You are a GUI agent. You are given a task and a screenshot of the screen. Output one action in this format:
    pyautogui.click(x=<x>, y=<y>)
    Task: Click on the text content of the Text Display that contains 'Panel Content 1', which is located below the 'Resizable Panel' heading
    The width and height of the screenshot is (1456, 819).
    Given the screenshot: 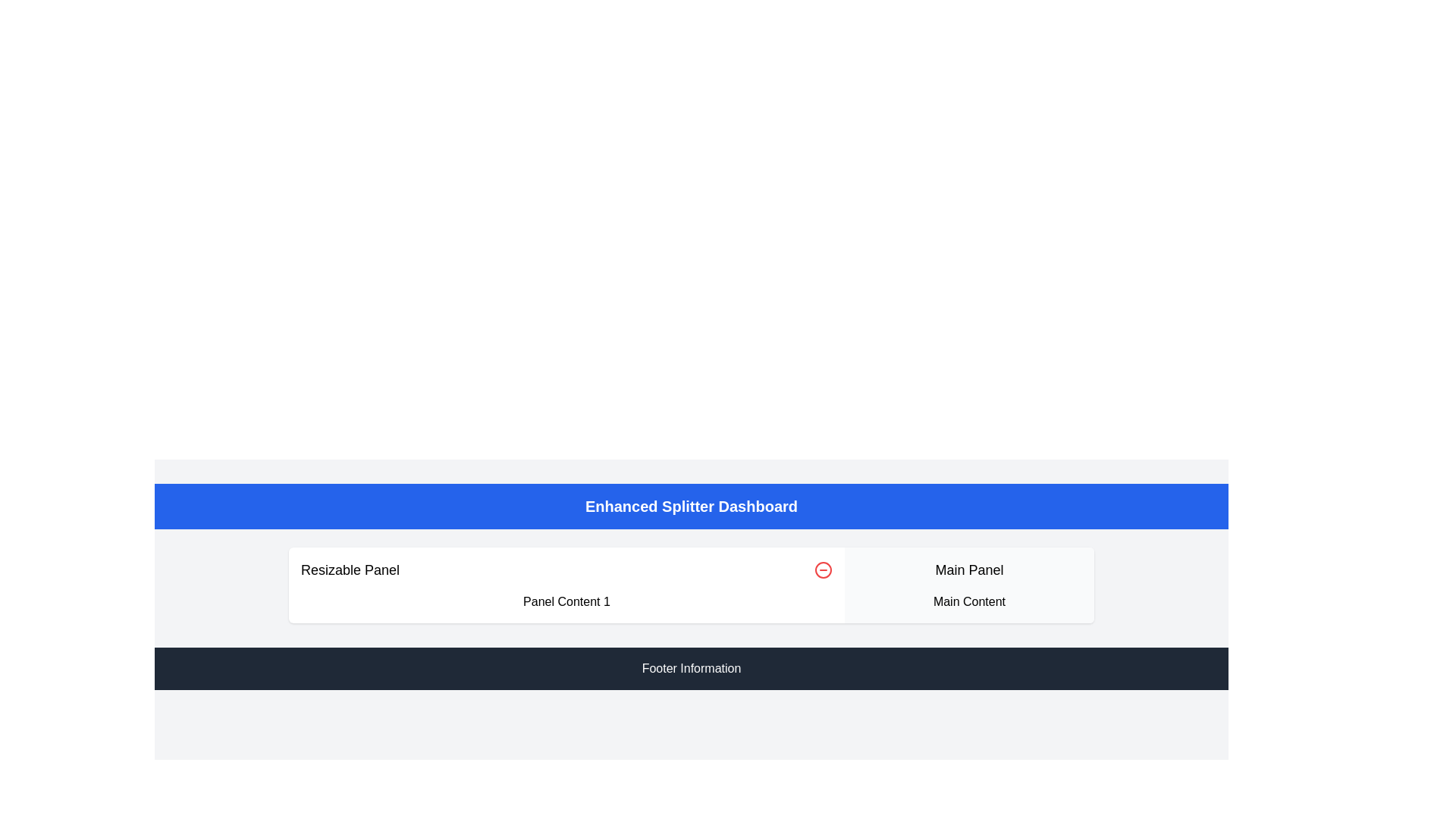 What is the action you would take?
    pyautogui.click(x=566, y=601)
    